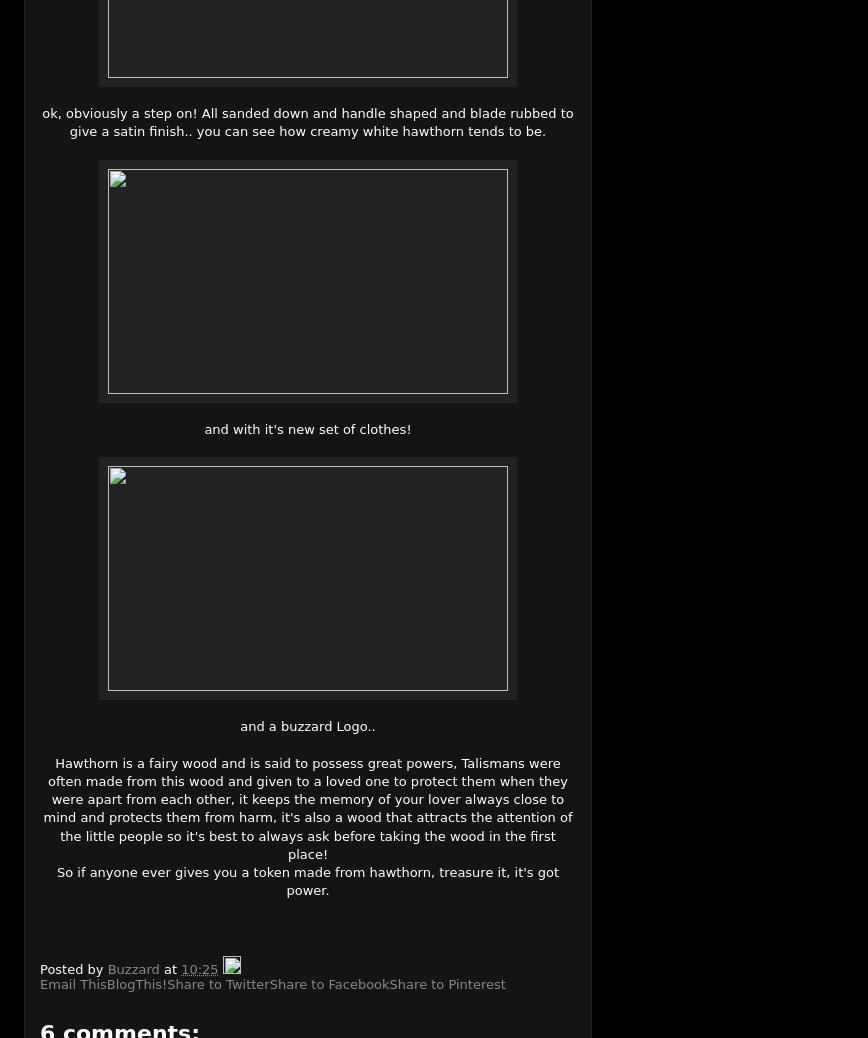 The width and height of the screenshot is (868, 1038). Describe the element at coordinates (328, 984) in the screenshot. I see `'Share to Facebook'` at that location.